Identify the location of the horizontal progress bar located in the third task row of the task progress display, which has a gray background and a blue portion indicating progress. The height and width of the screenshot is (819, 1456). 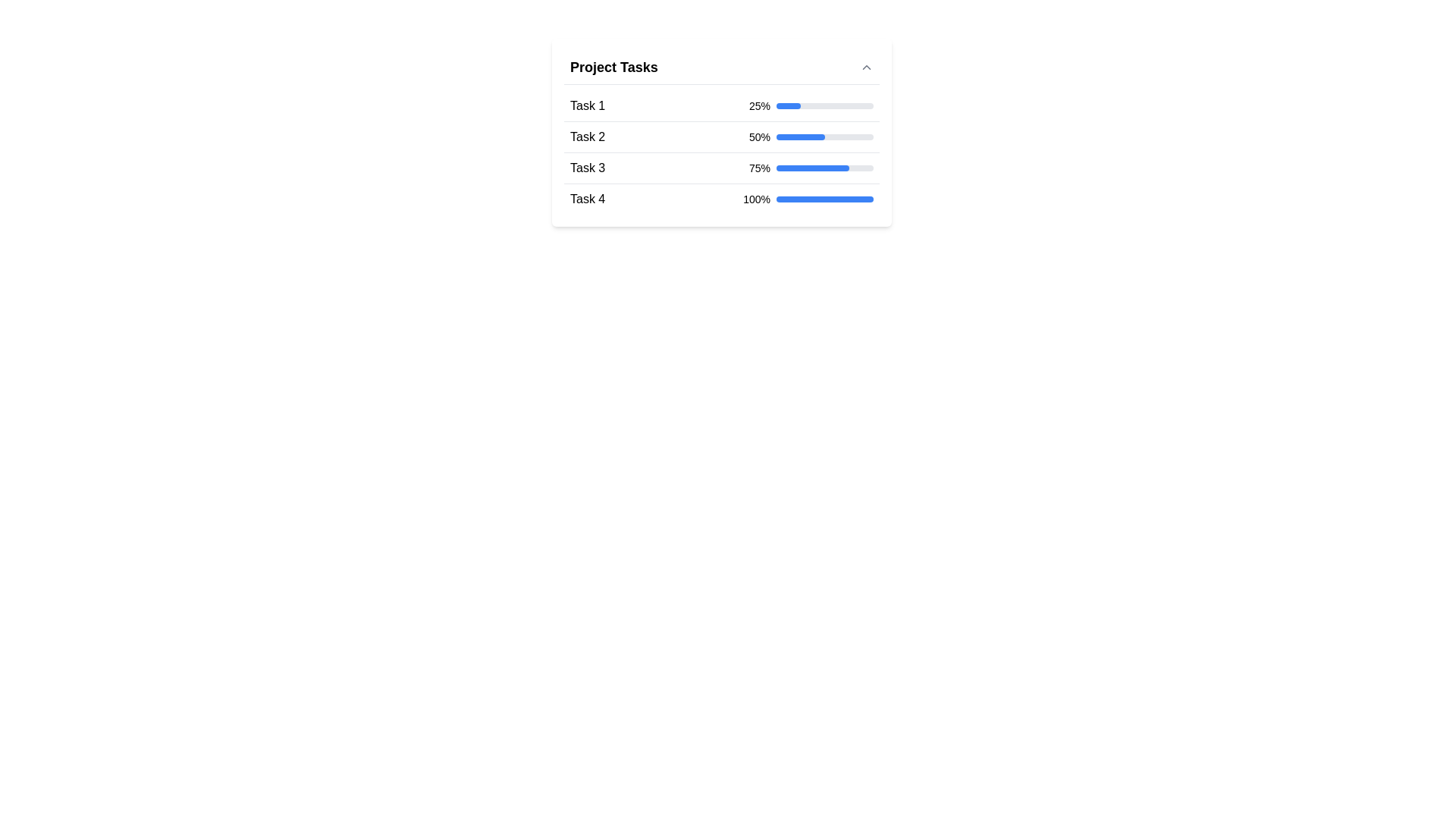
(824, 168).